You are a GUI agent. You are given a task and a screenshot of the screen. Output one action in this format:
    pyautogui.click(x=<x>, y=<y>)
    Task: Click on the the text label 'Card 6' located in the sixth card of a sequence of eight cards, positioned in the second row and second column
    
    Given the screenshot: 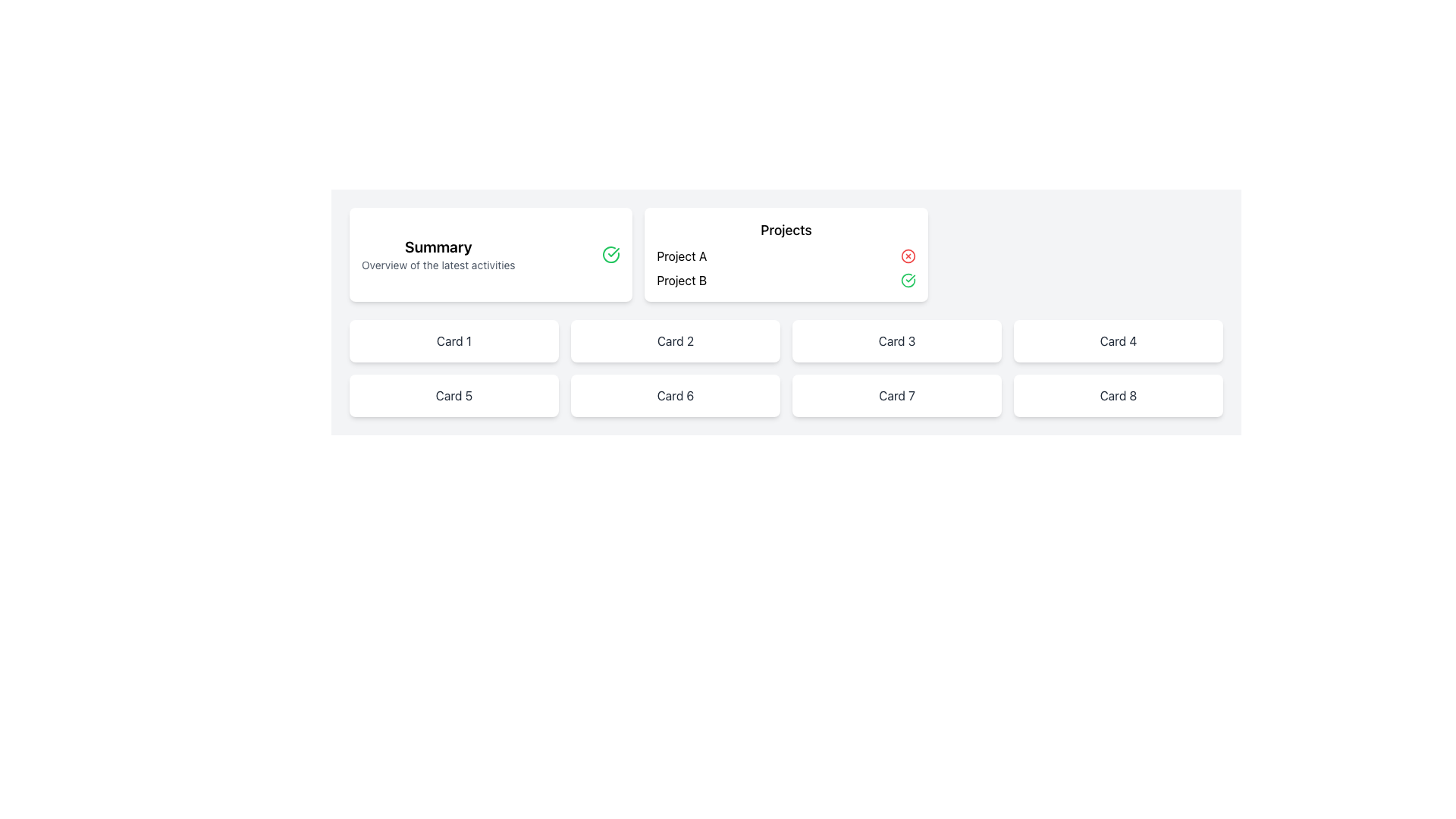 What is the action you would take?
    pyautogui.click(x=675, y=394)
    